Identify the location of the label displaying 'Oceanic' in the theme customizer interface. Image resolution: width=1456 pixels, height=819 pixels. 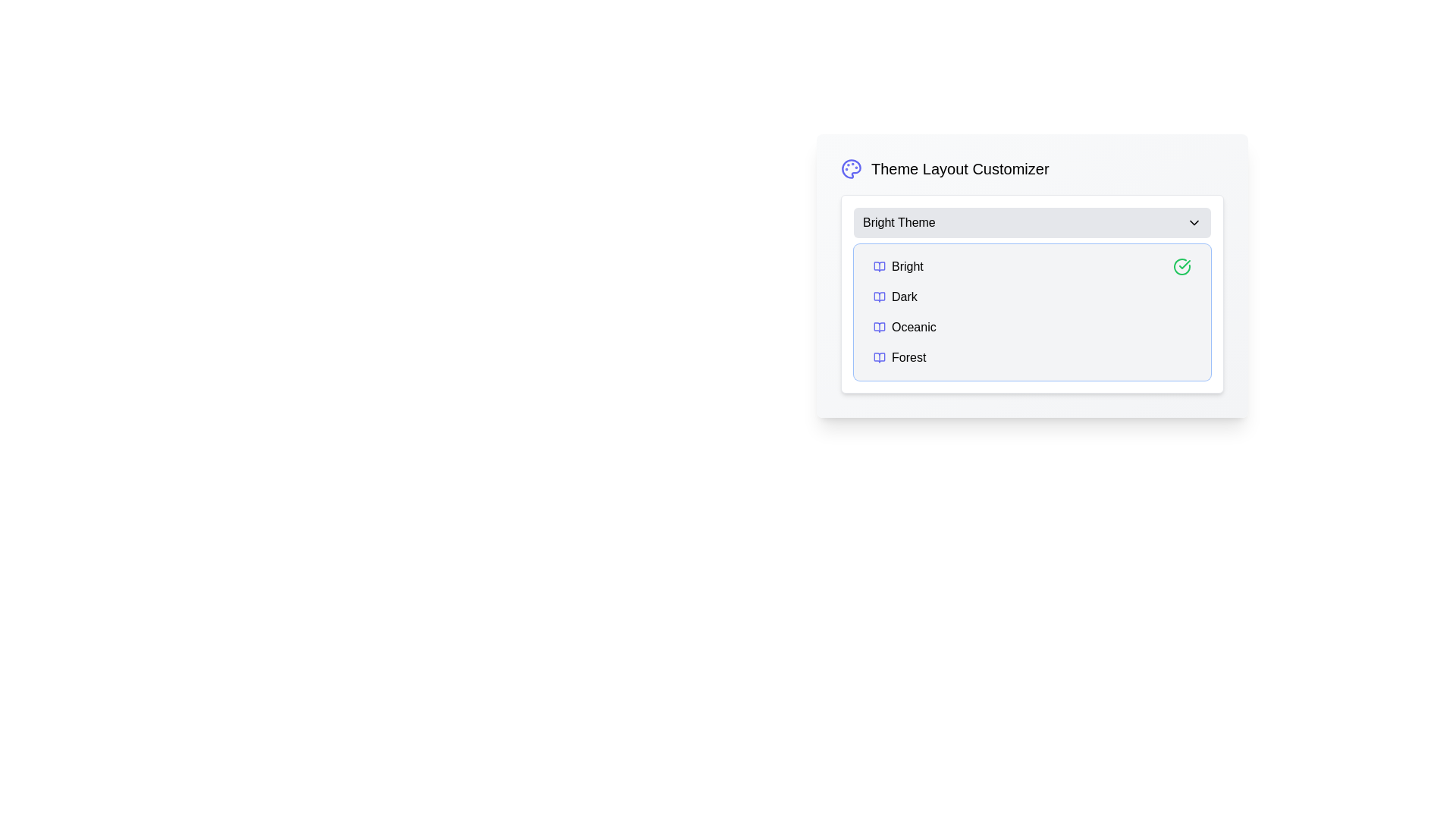
(913, 327).